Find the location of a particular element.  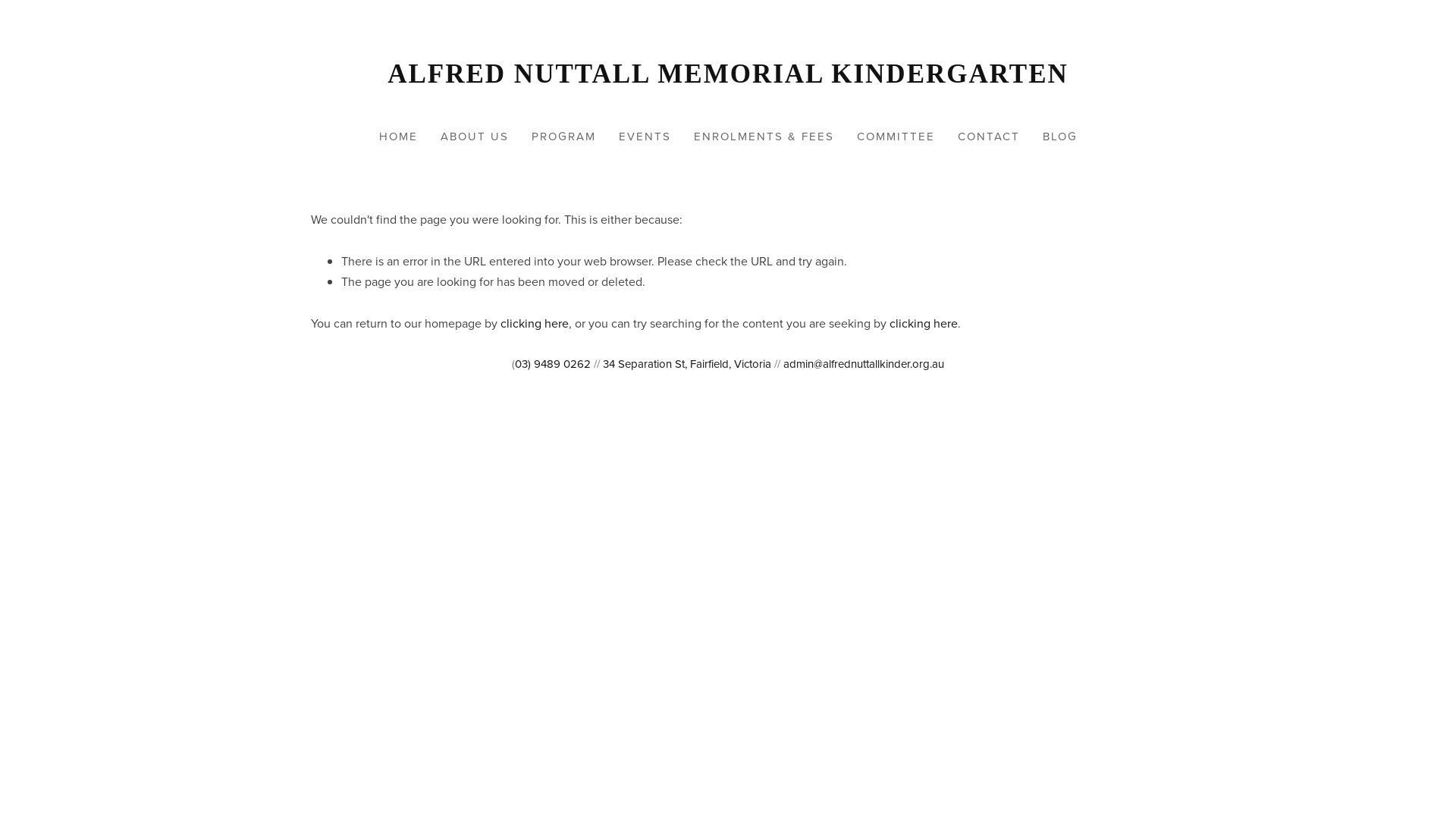

'03) 9489 0262' is located at coordinates (552, 363).